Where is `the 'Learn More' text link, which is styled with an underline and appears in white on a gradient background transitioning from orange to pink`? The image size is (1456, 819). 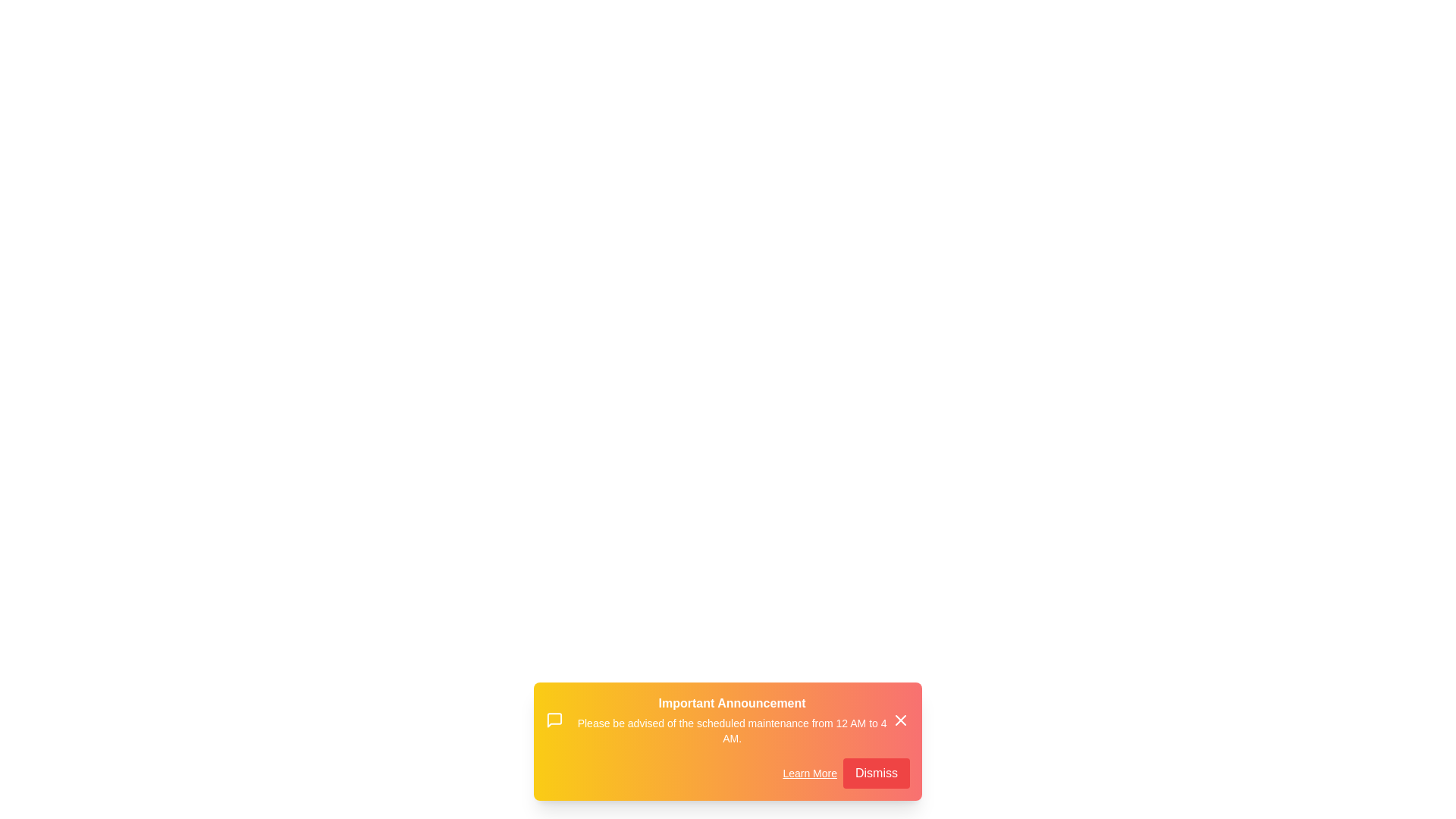 the 'Learn More' text link, which is styled with an underline and appears in white on a gradient background transitioning from orange to pink is located at coordinates (809, 773).